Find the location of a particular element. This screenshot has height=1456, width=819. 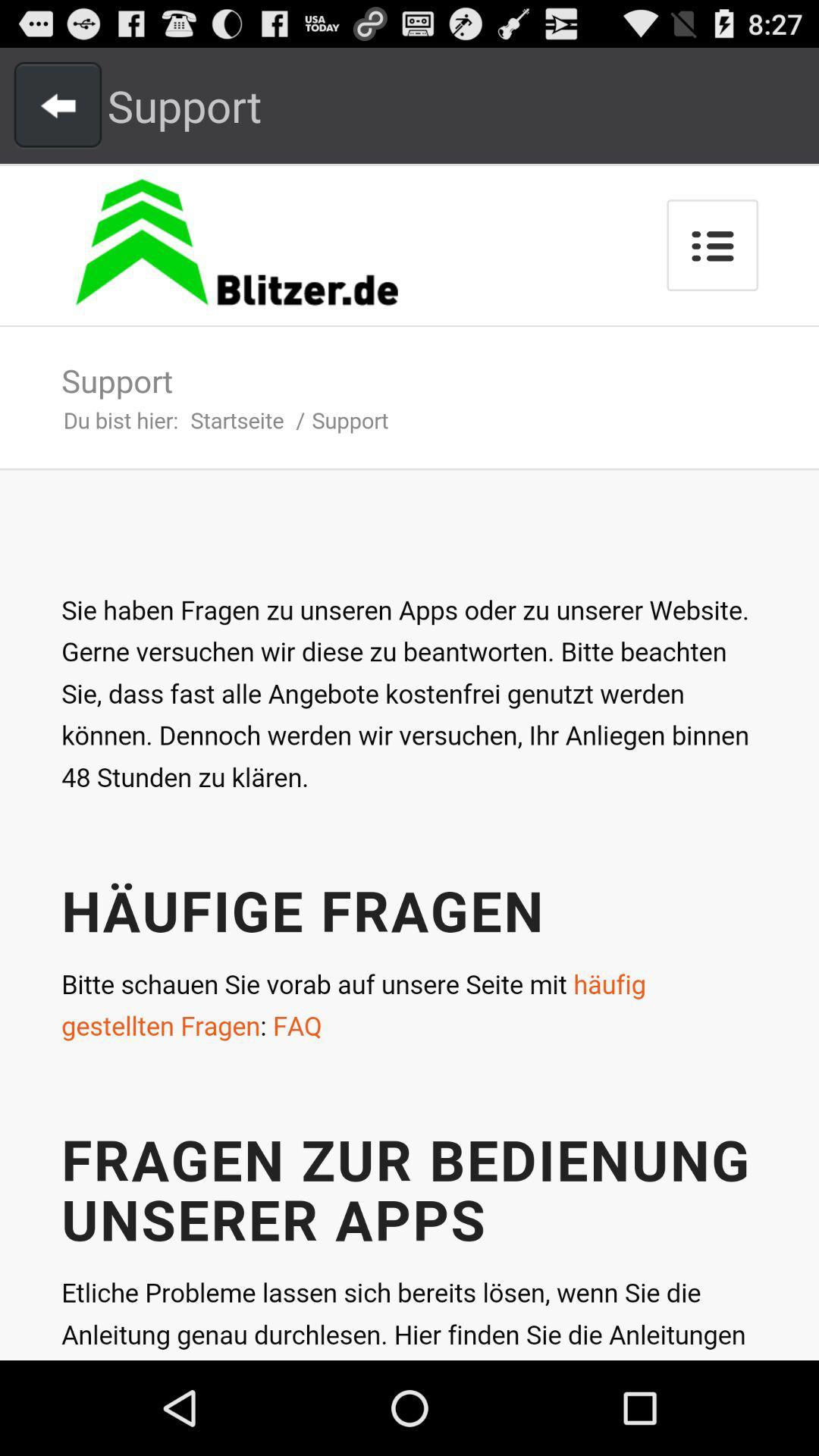

the arrow_backward icon is located at coordinates (57, 112).